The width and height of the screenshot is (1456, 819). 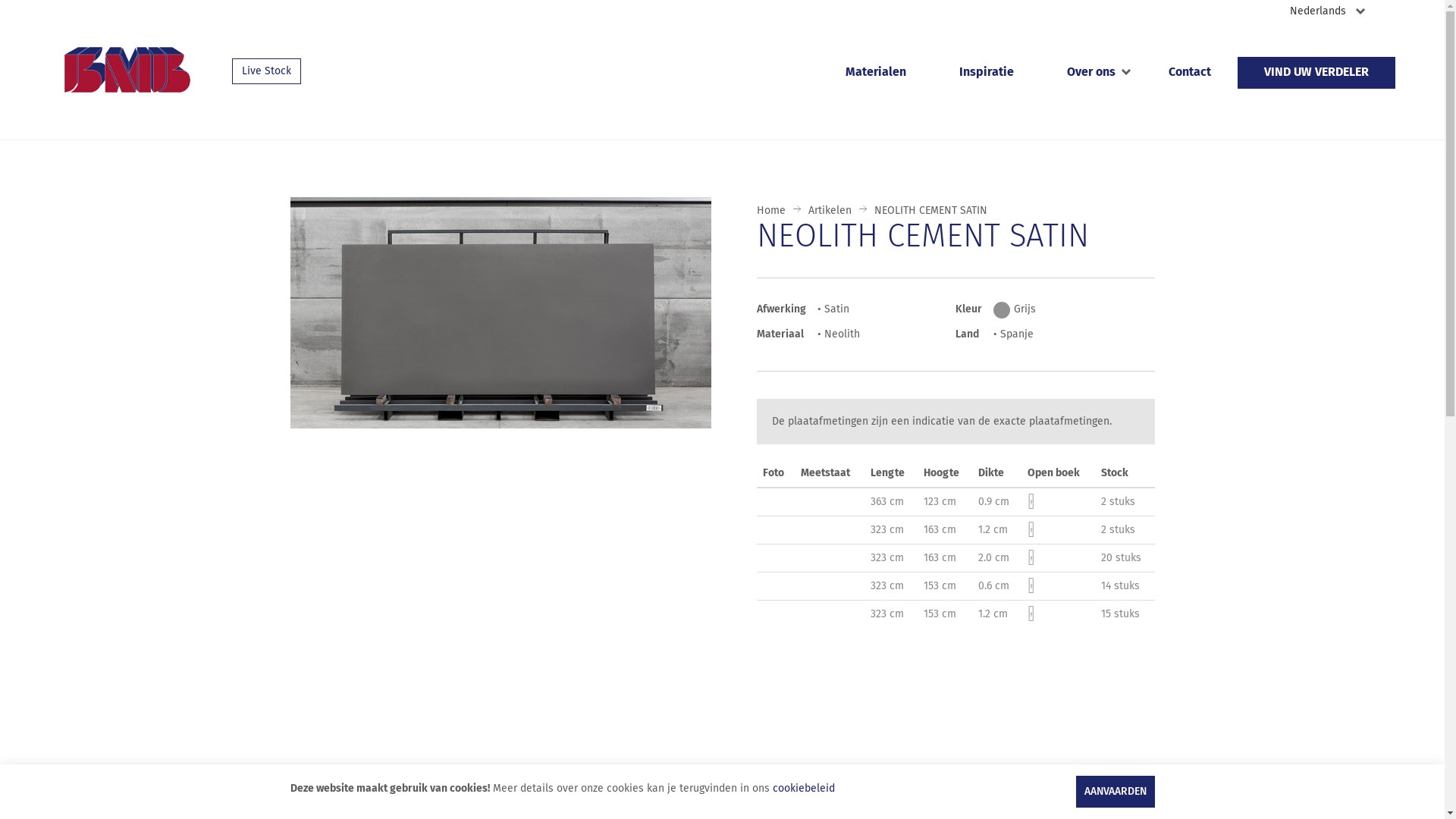 I want to click on 'Live Stock', so click(x=266, y=71).